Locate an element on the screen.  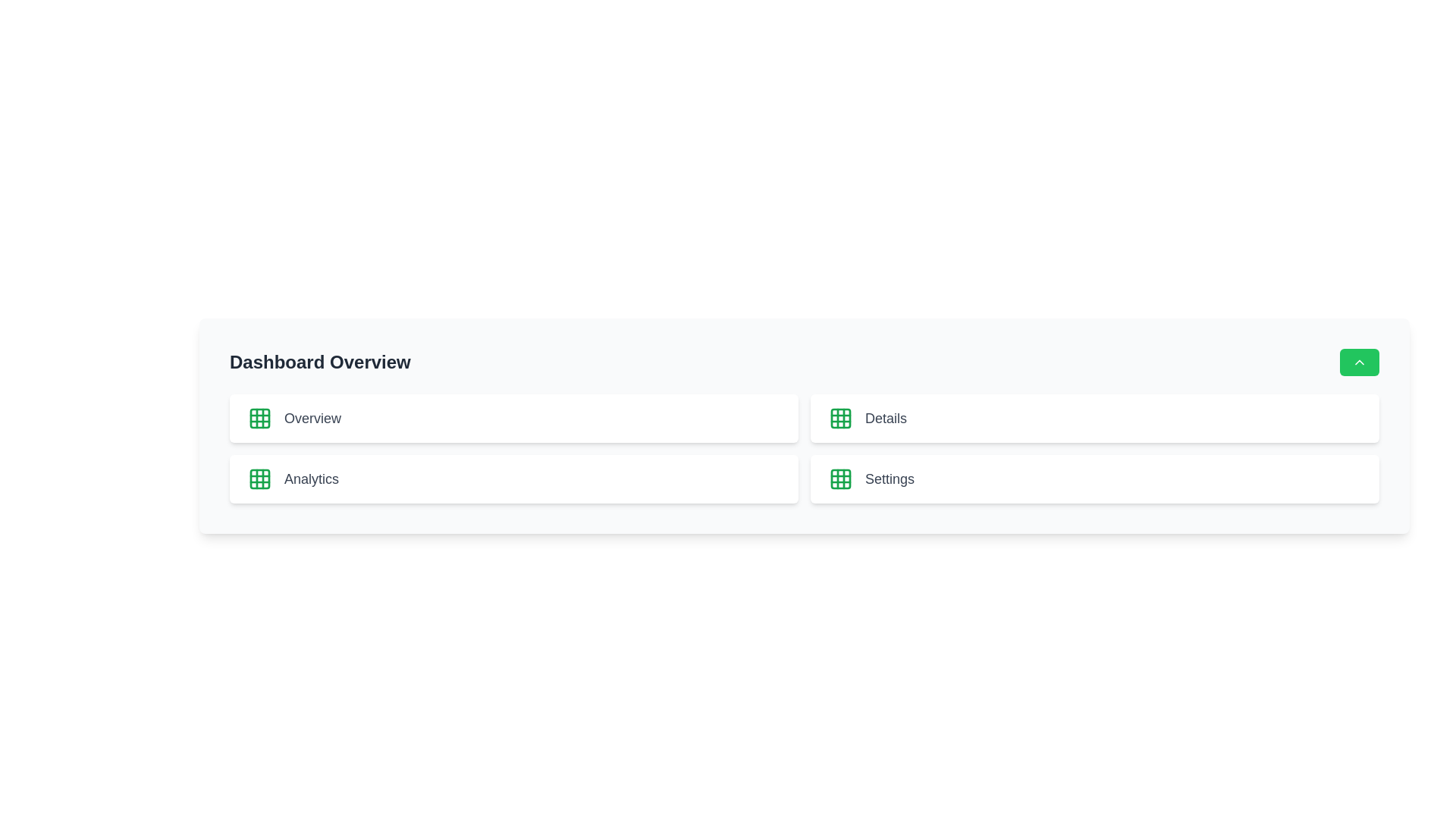
the green grid-shaped icon located to the left of the 'Overview' text within the 'Overview' card, aligning horizontally with the label is located at coordinates (259, 418).